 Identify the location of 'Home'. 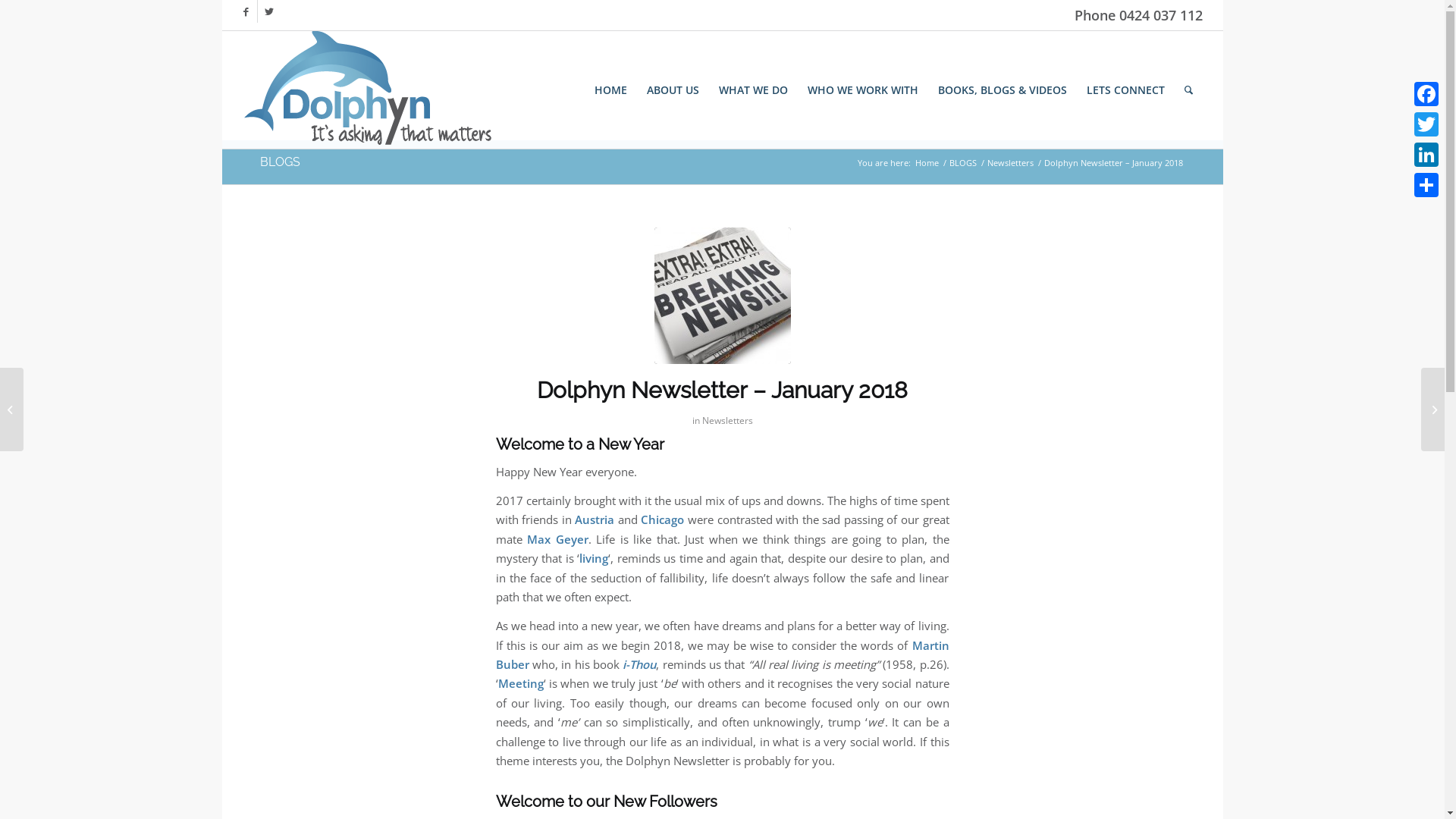
(926, 162).